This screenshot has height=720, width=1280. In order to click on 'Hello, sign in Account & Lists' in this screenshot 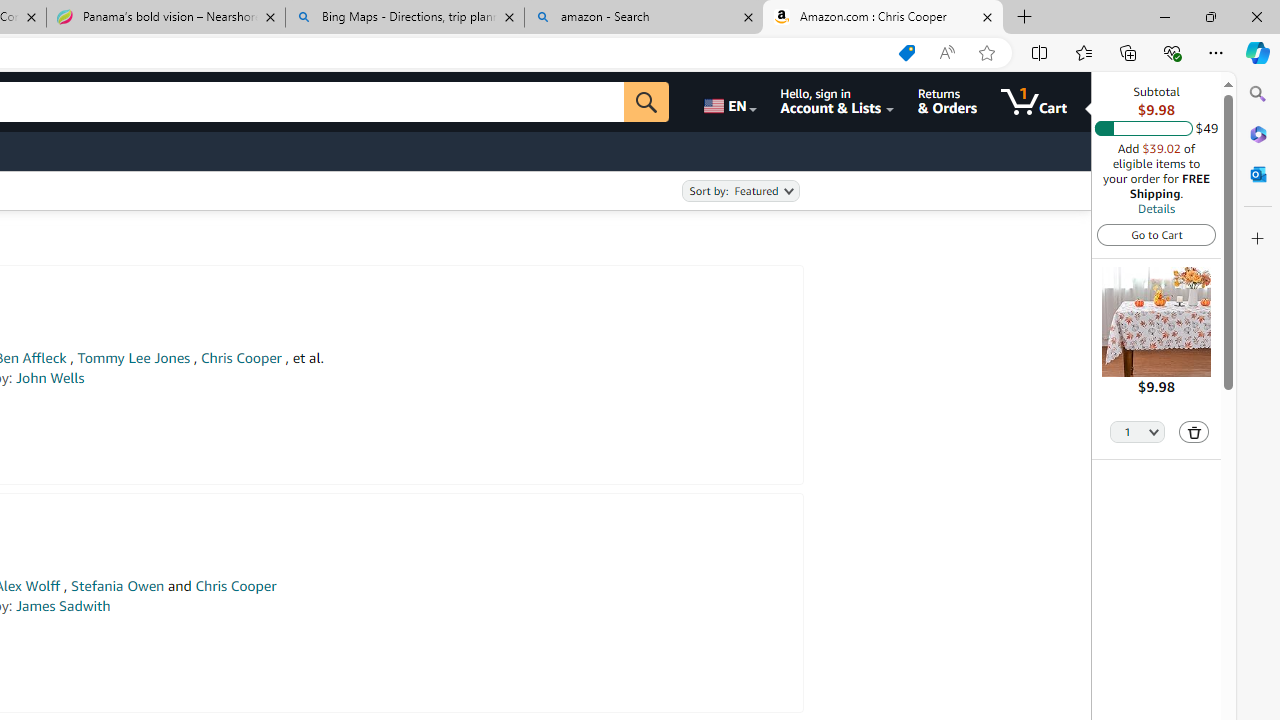, I will do `click(837, 101)`.